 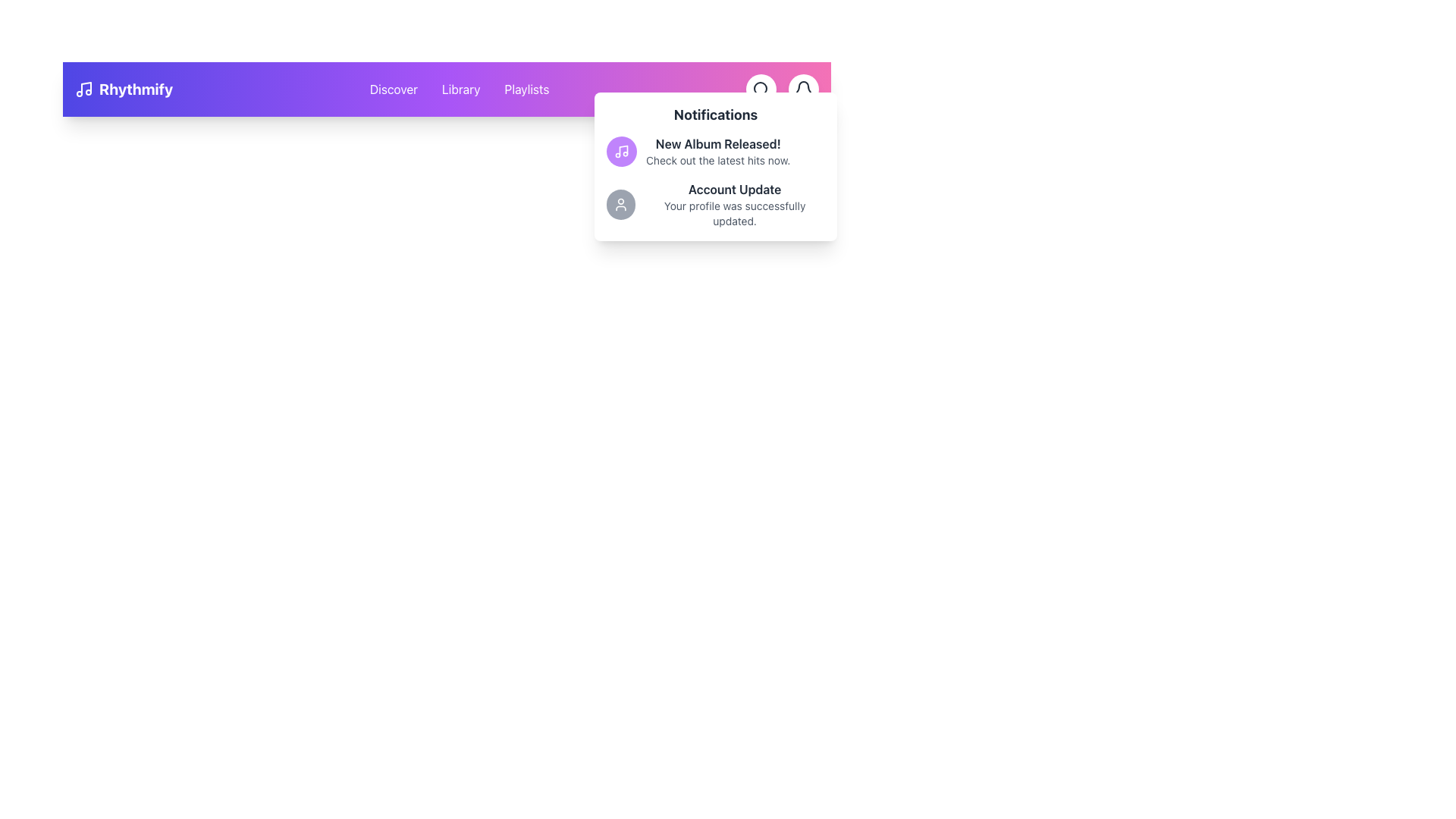 I want to click on the circular button at the top right area of the application that represents the search functionality to initiate a search, so click(x=761, y=89).